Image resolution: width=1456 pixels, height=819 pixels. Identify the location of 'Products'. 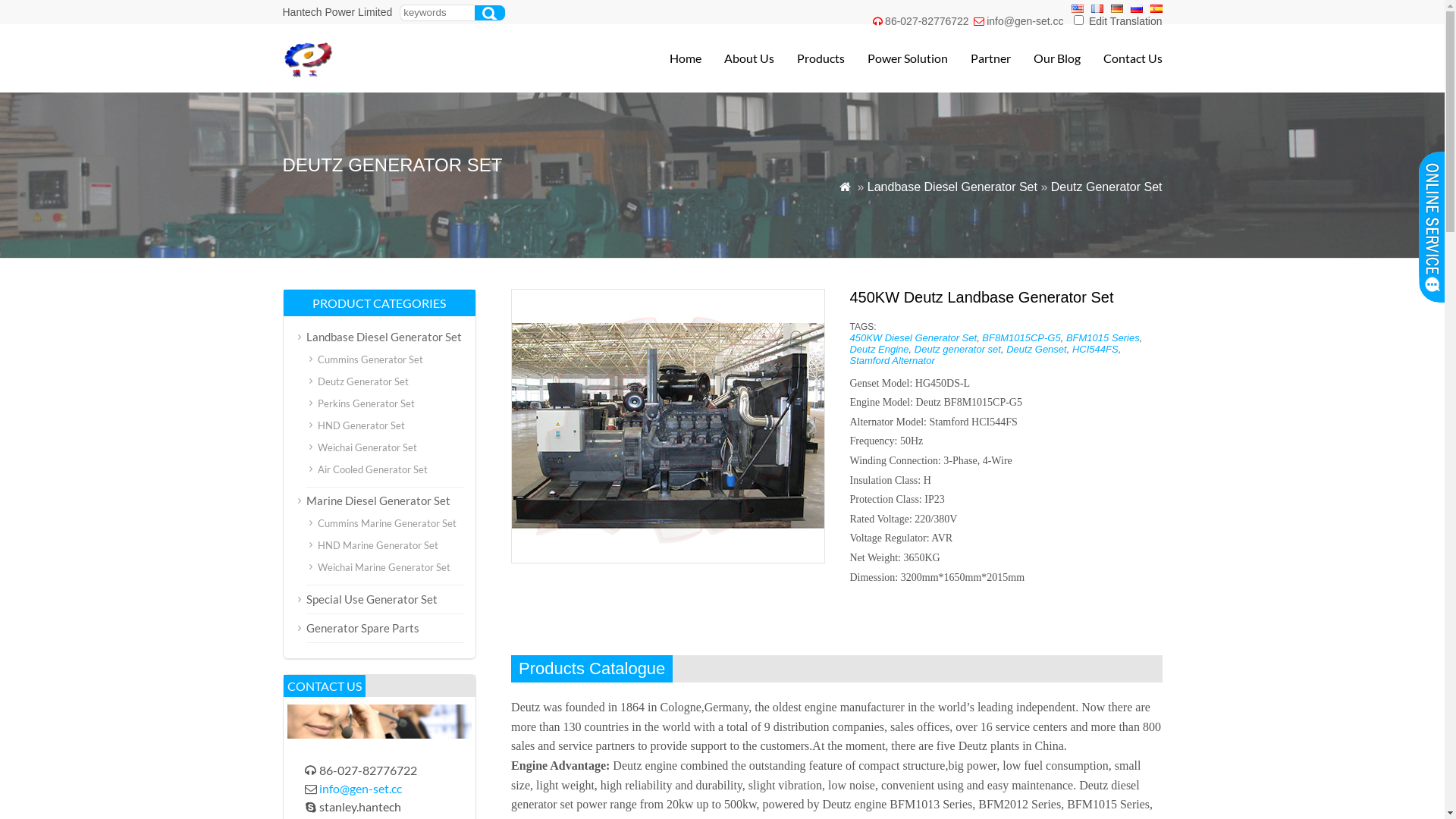
(808, 58).